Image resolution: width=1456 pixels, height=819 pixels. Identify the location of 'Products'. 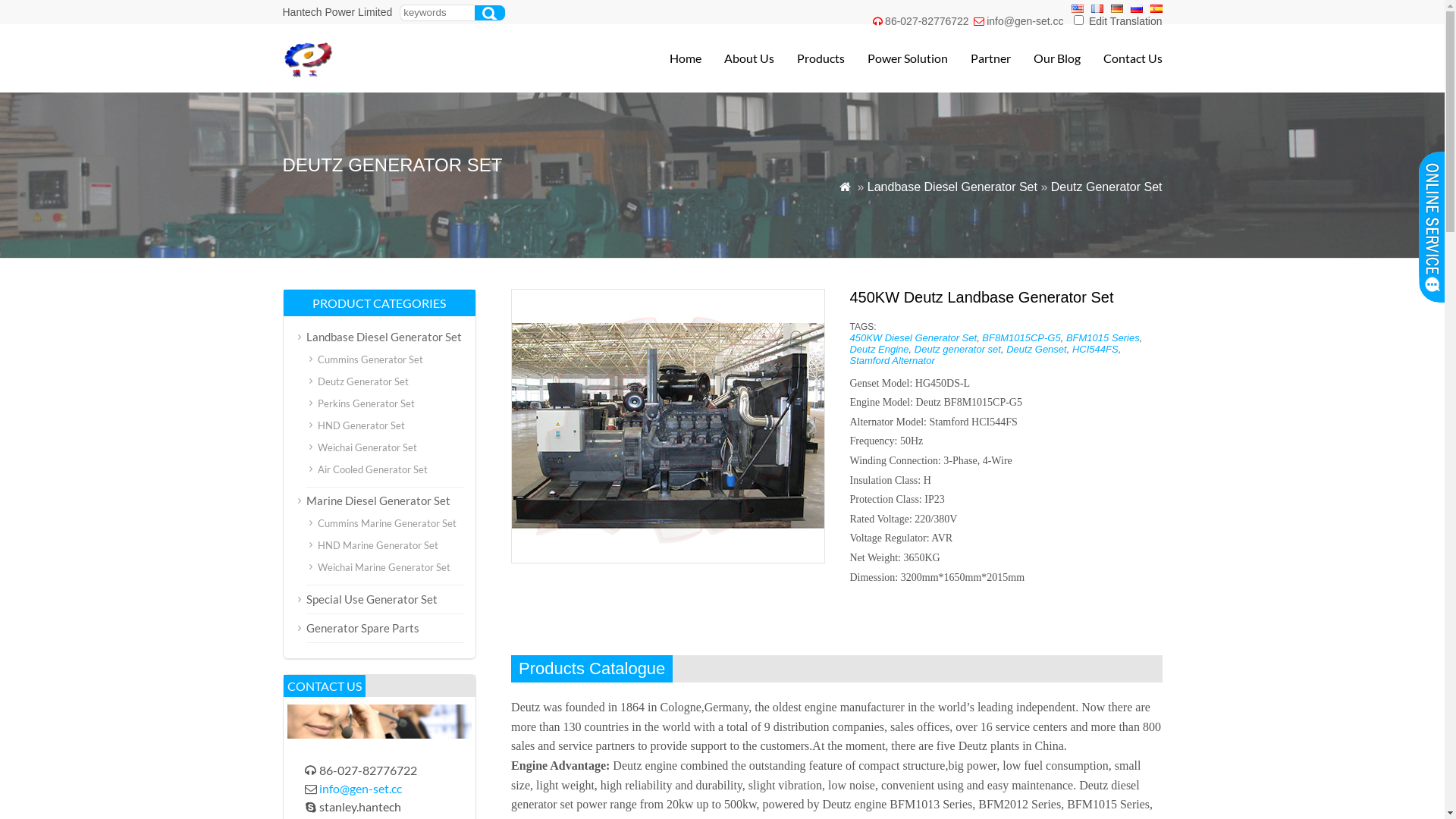
(808, 58).